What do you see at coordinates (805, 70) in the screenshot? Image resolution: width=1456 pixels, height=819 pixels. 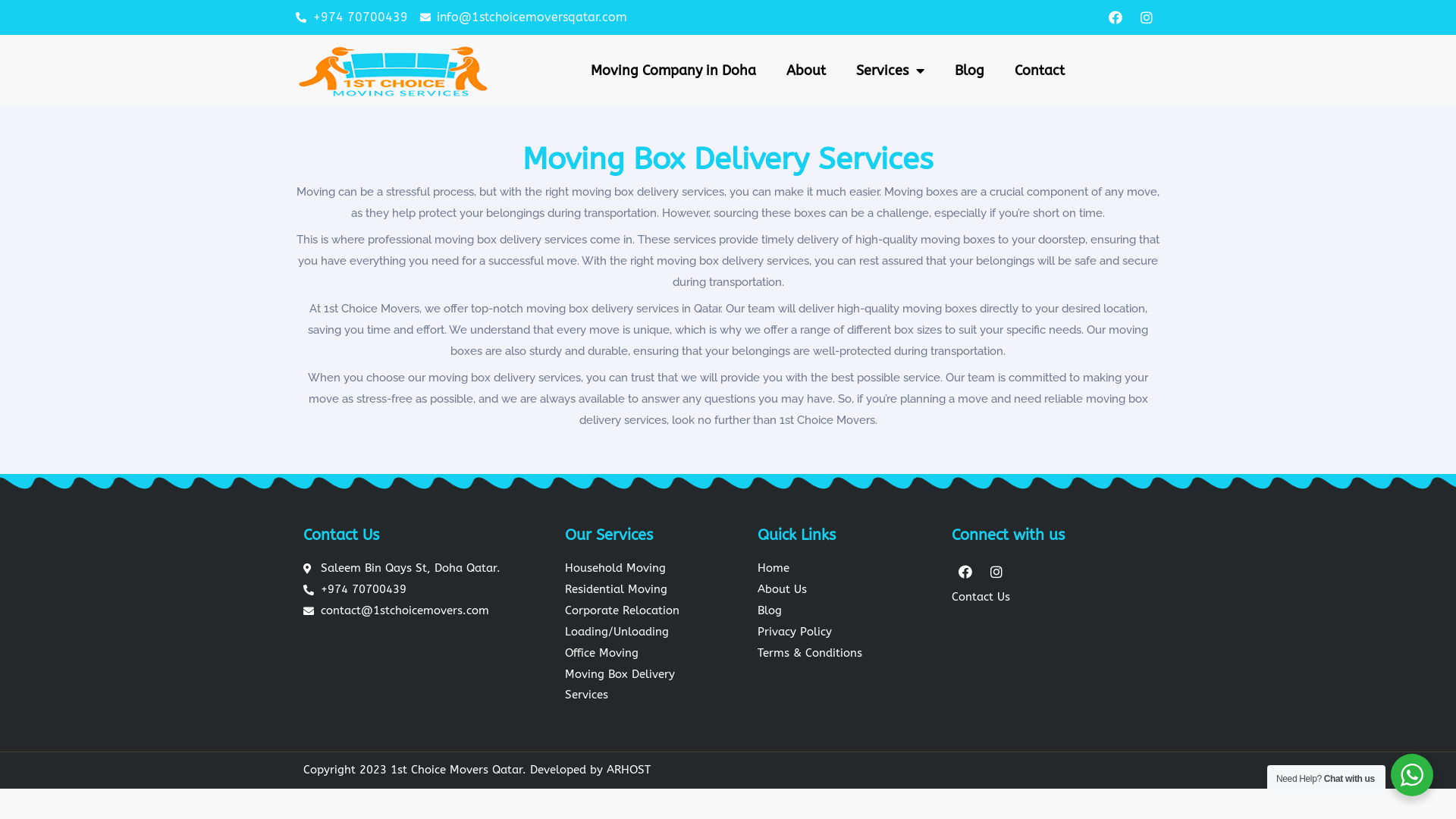 I see `'About'` at bounding box center [805, 70].